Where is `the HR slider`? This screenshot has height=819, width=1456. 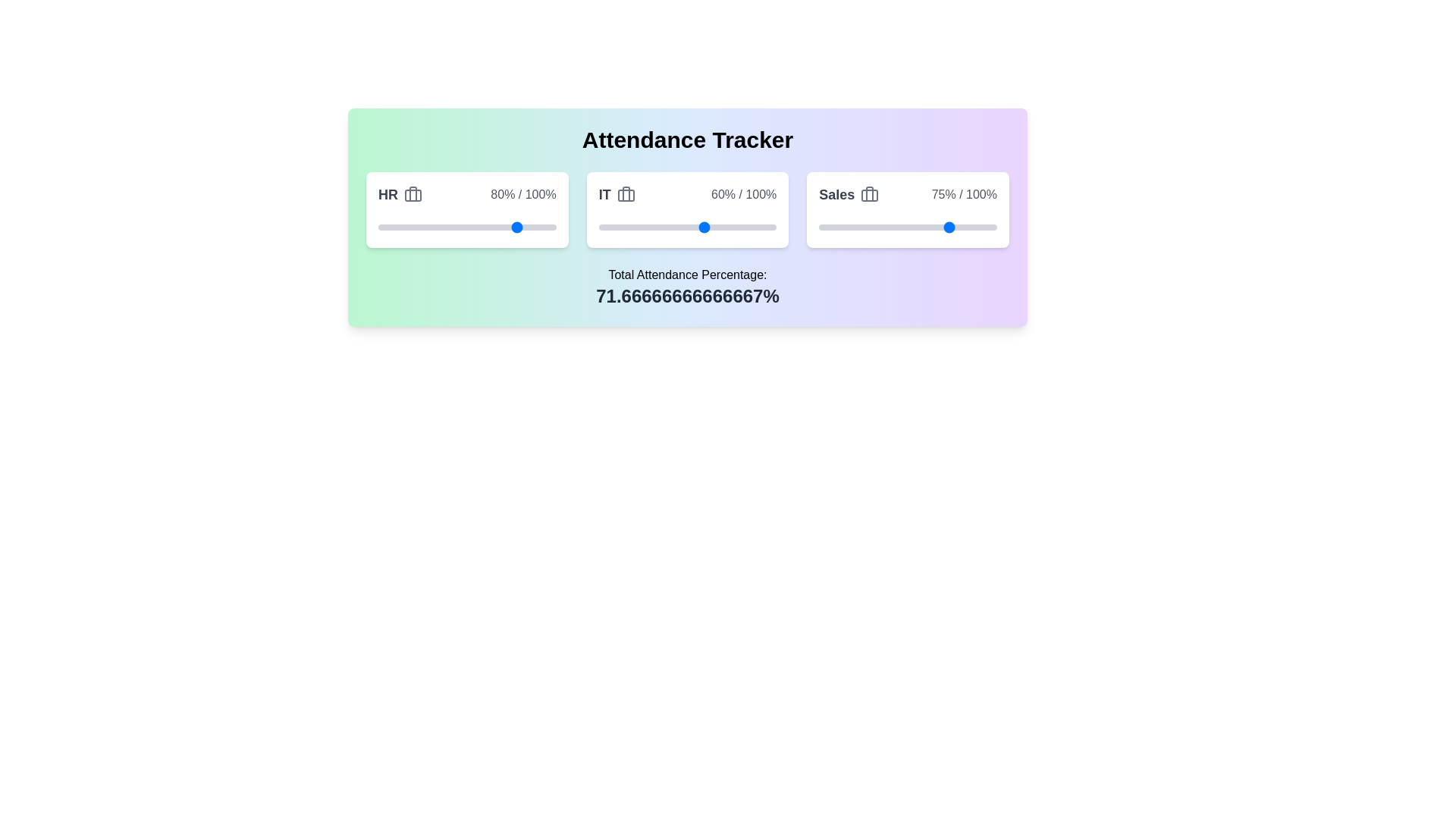 the HR slider is located at coordinates (526, 227).